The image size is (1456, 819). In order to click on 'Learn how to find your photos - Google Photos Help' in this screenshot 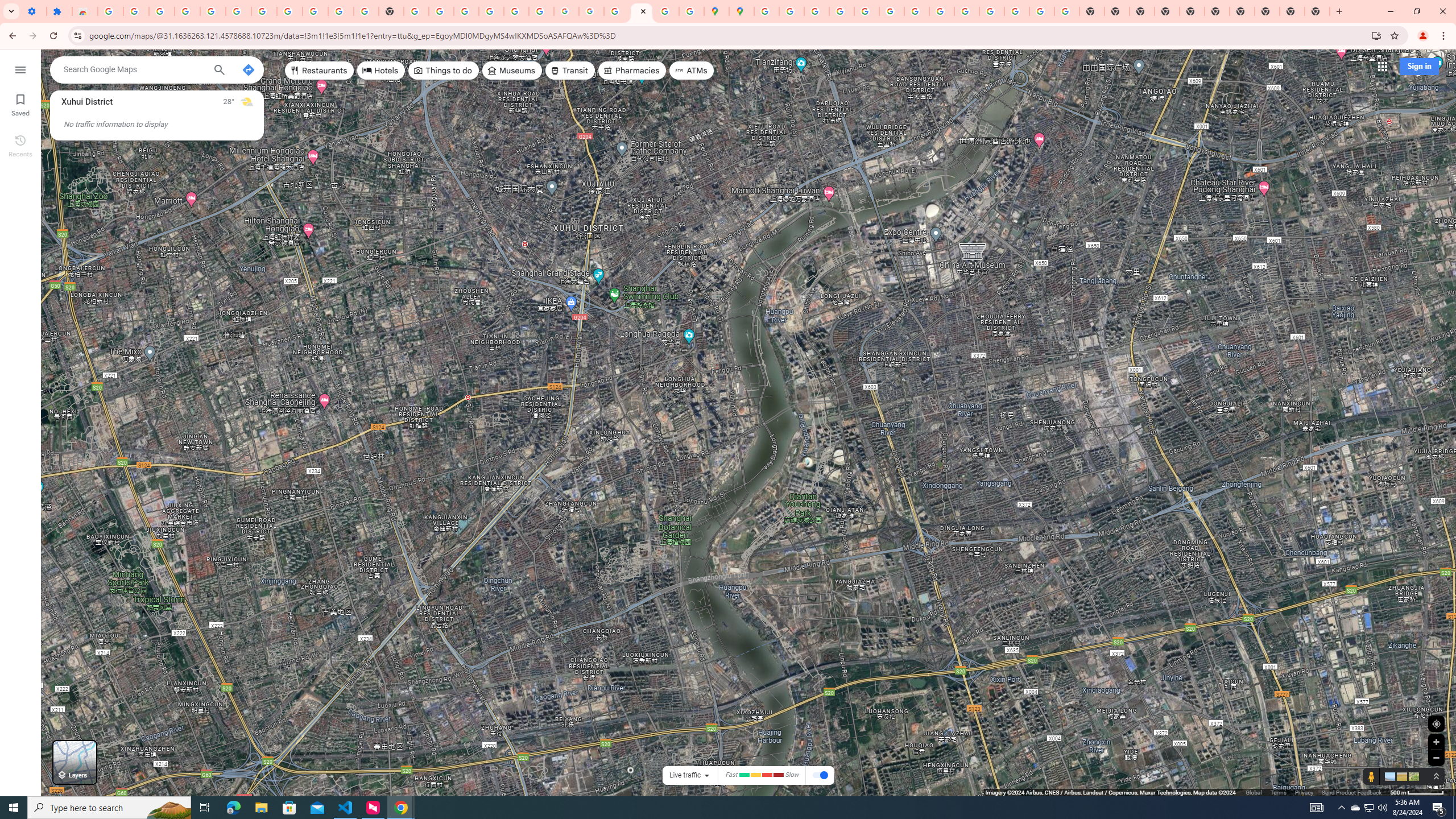, I will do `click(213, 11)`.